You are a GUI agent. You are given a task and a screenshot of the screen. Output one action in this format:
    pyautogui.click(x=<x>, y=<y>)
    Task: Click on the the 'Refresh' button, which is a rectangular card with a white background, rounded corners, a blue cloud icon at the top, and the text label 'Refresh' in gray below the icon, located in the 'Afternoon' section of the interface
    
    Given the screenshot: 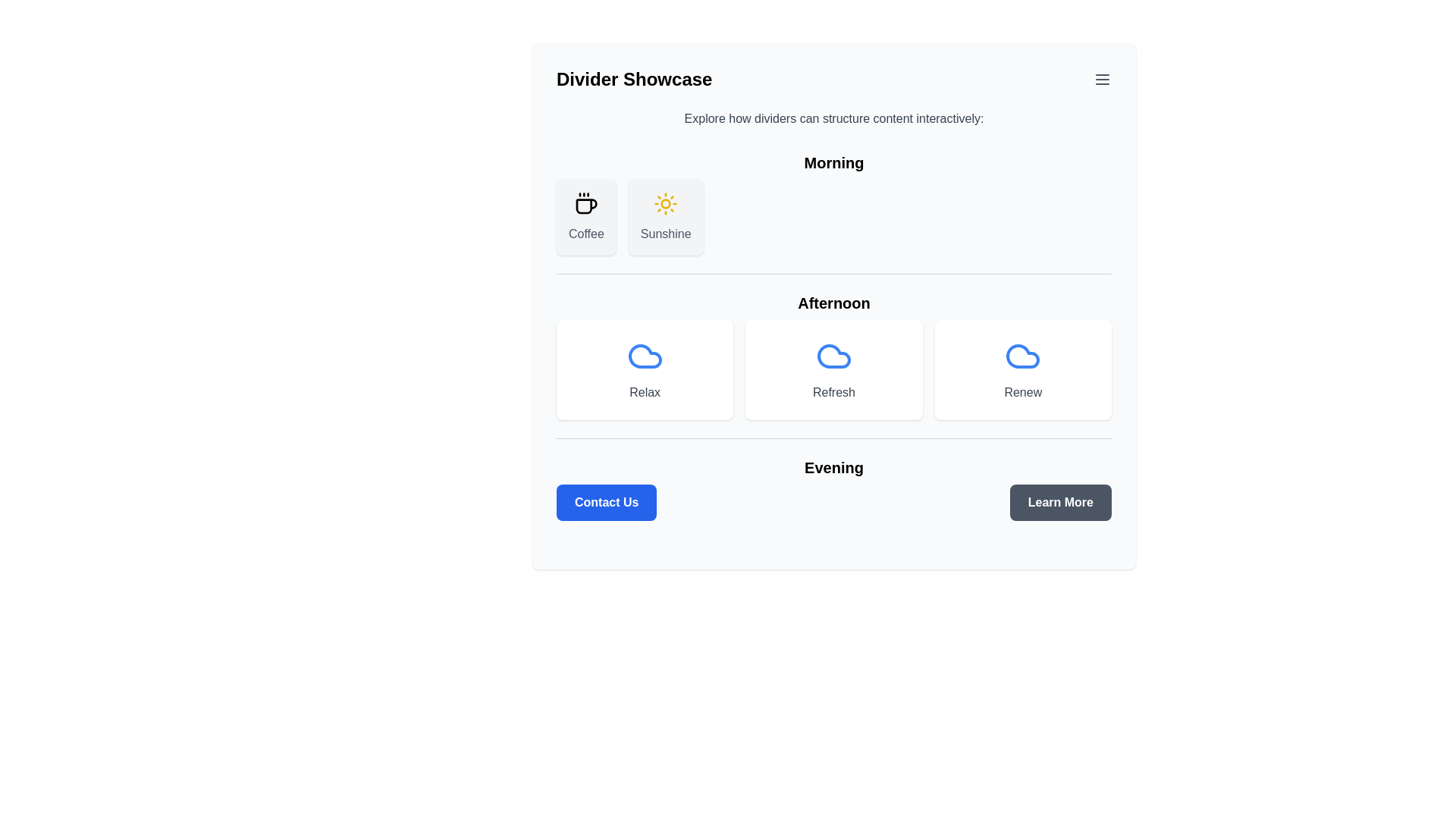 What is the action you would take?
    pyautogui.click(x=833, y=370)
    